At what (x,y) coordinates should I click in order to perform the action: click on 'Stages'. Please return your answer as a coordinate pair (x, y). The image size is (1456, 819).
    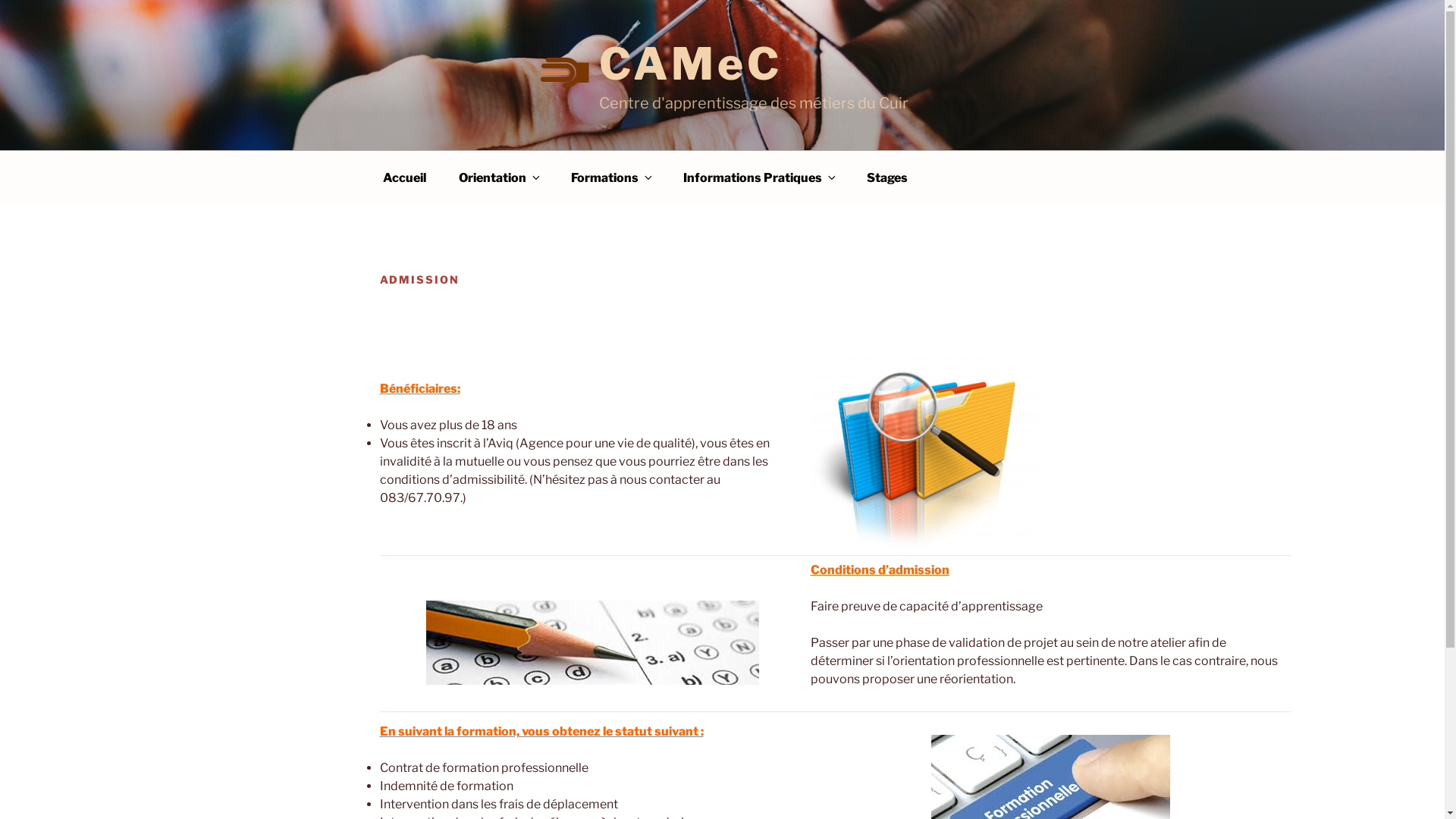
    Looking at the image, I should click on (886, 177).